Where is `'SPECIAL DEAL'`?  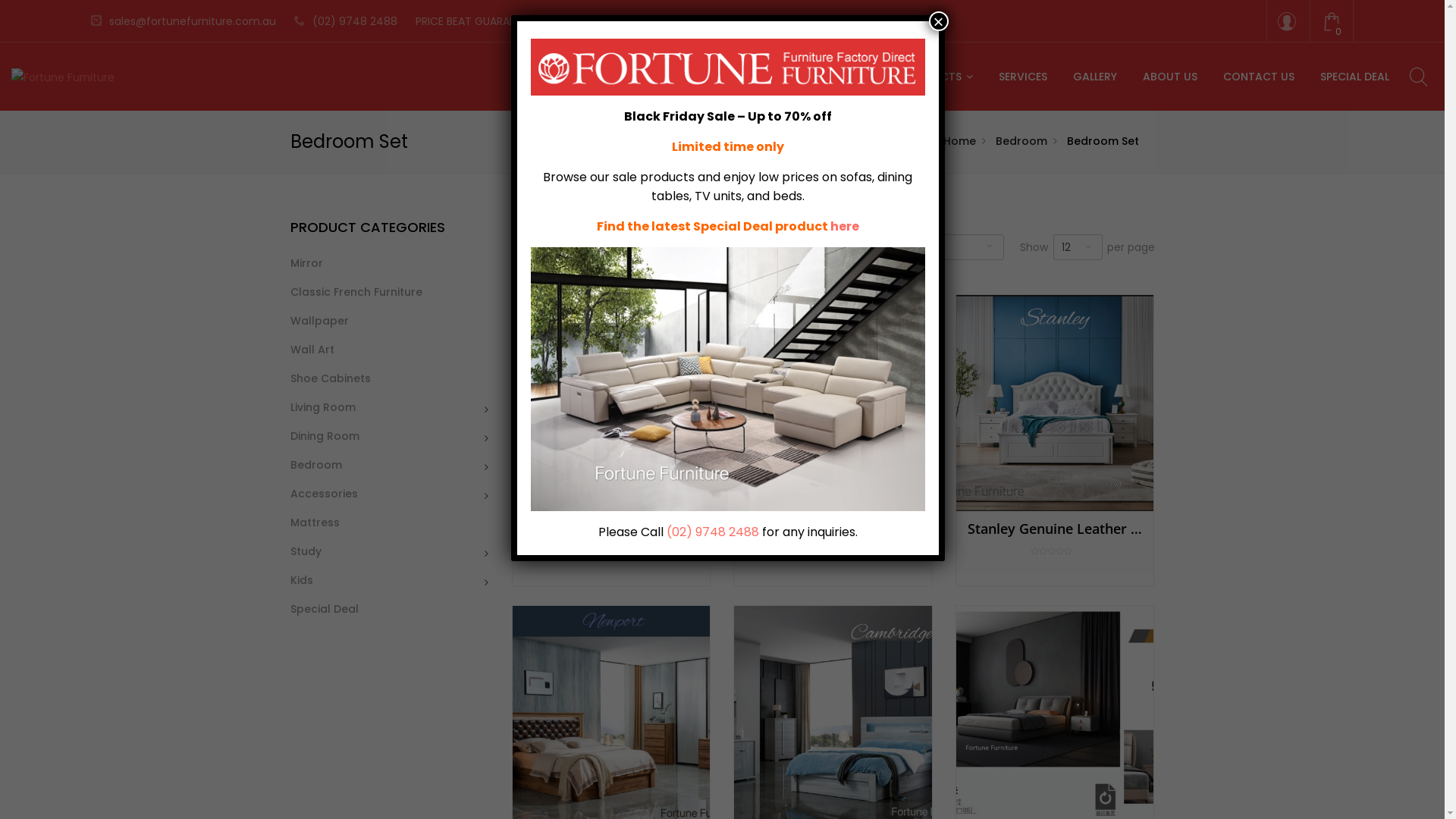 'SPECIAL DEAL' is located at coordinates (1354, 76).